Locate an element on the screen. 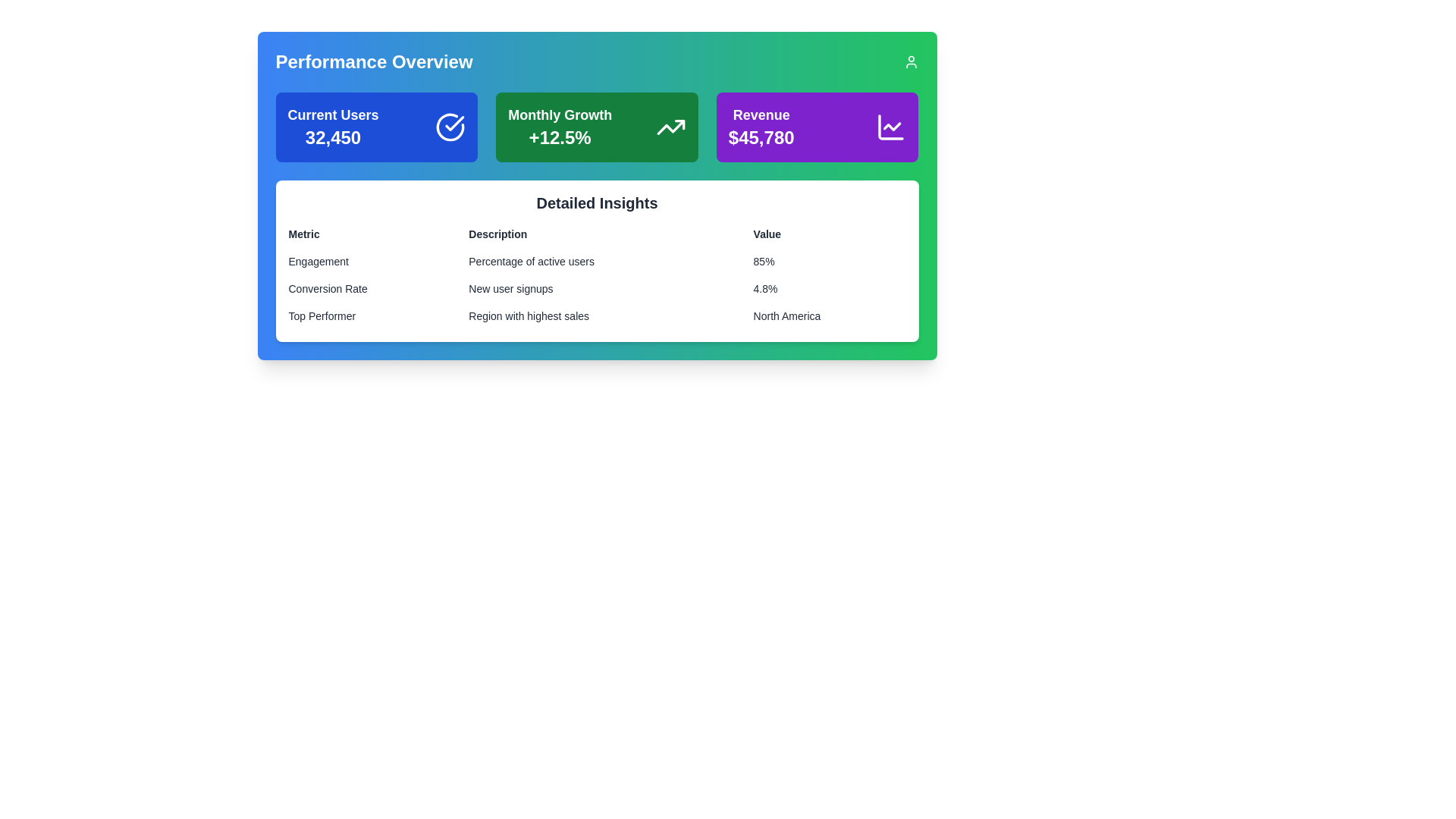  the bold dollar amount '$45,780' displayed on the purple background within the 'Revenue' card located at the top right of the interface is located at coordinates (761, 137).